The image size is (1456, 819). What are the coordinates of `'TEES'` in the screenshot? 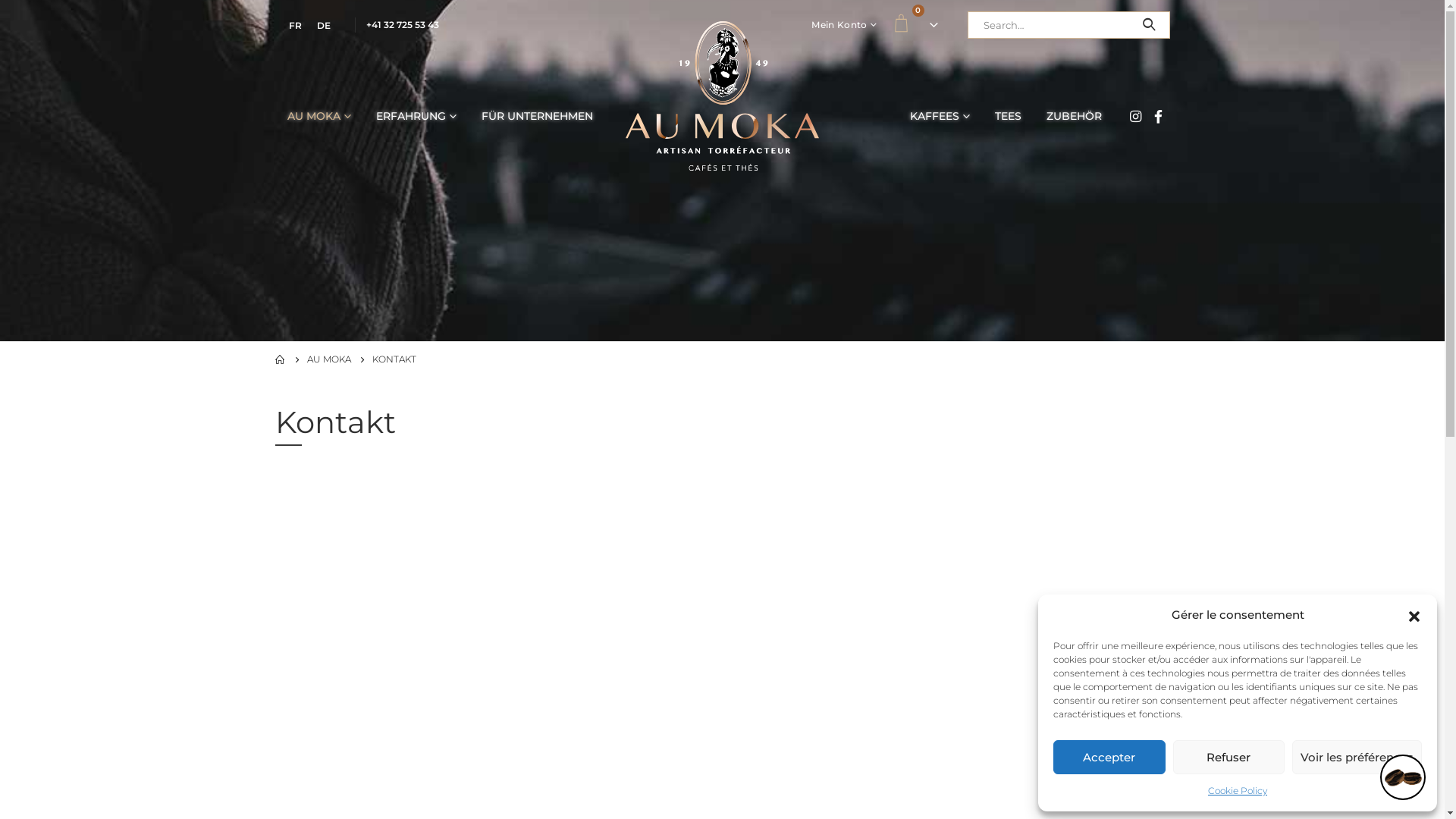 It's located at (1008, 115).